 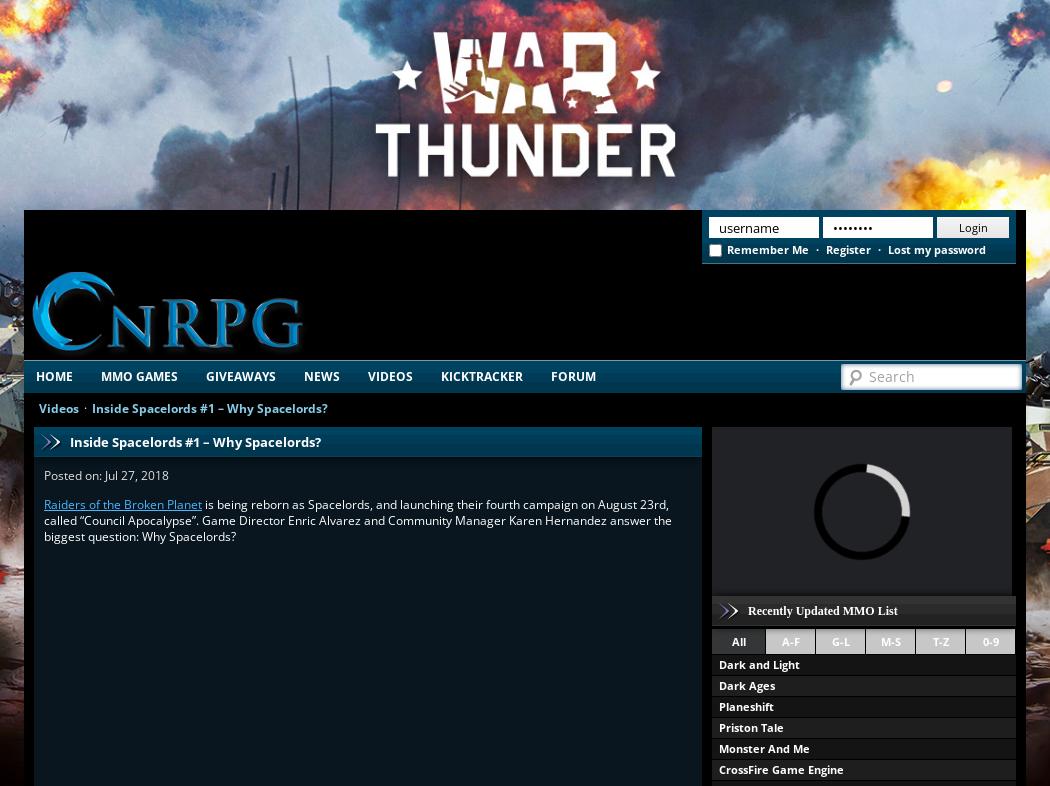 I want to click on 'Home', so click(x=53, y=376).